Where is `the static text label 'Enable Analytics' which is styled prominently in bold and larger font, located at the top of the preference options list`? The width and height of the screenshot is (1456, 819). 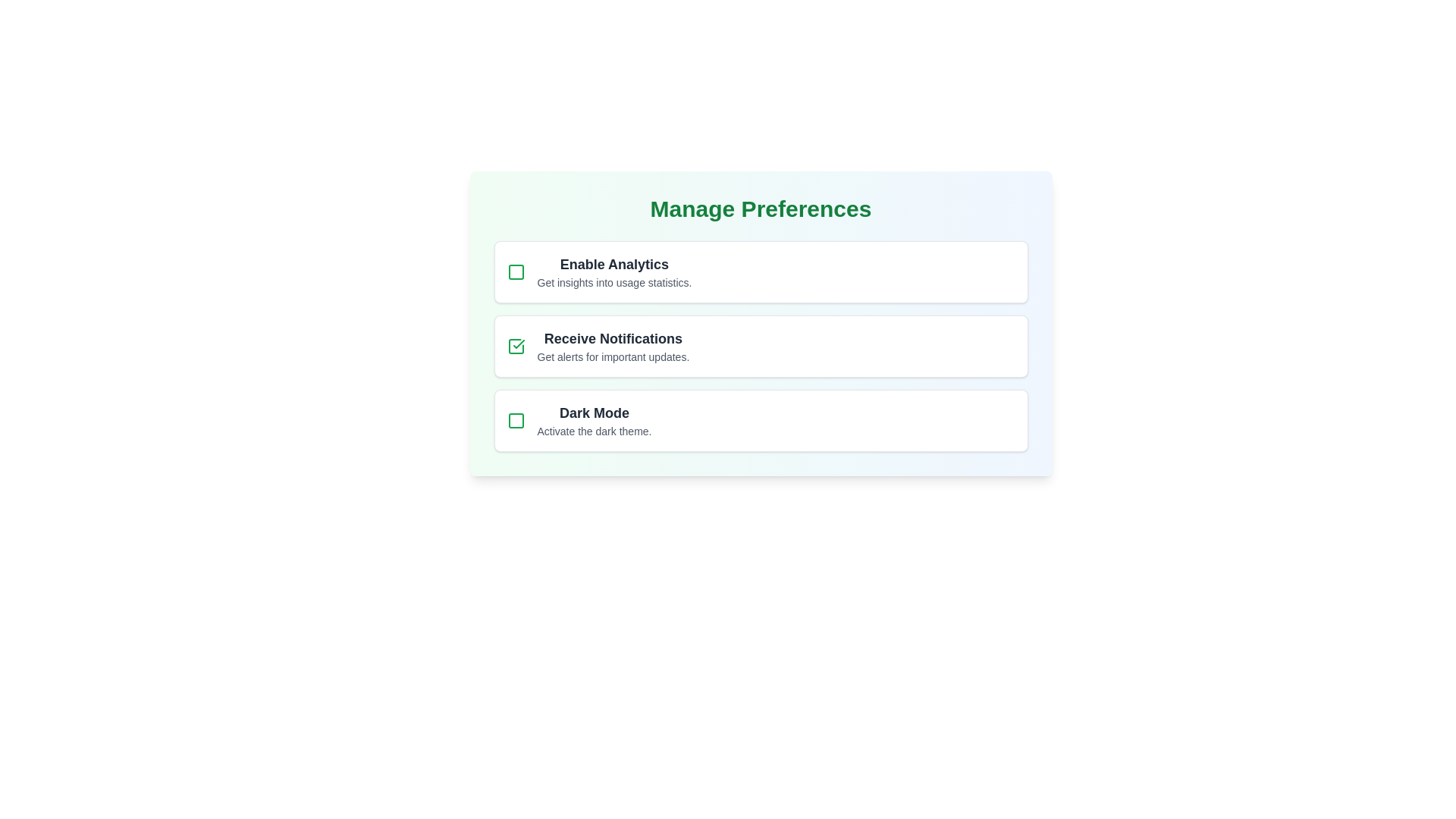 the static text label 'Enable Analytics' which is styled prominently in bold and larger font, located at the top of the preference options list is located at coordinates (614, 263).